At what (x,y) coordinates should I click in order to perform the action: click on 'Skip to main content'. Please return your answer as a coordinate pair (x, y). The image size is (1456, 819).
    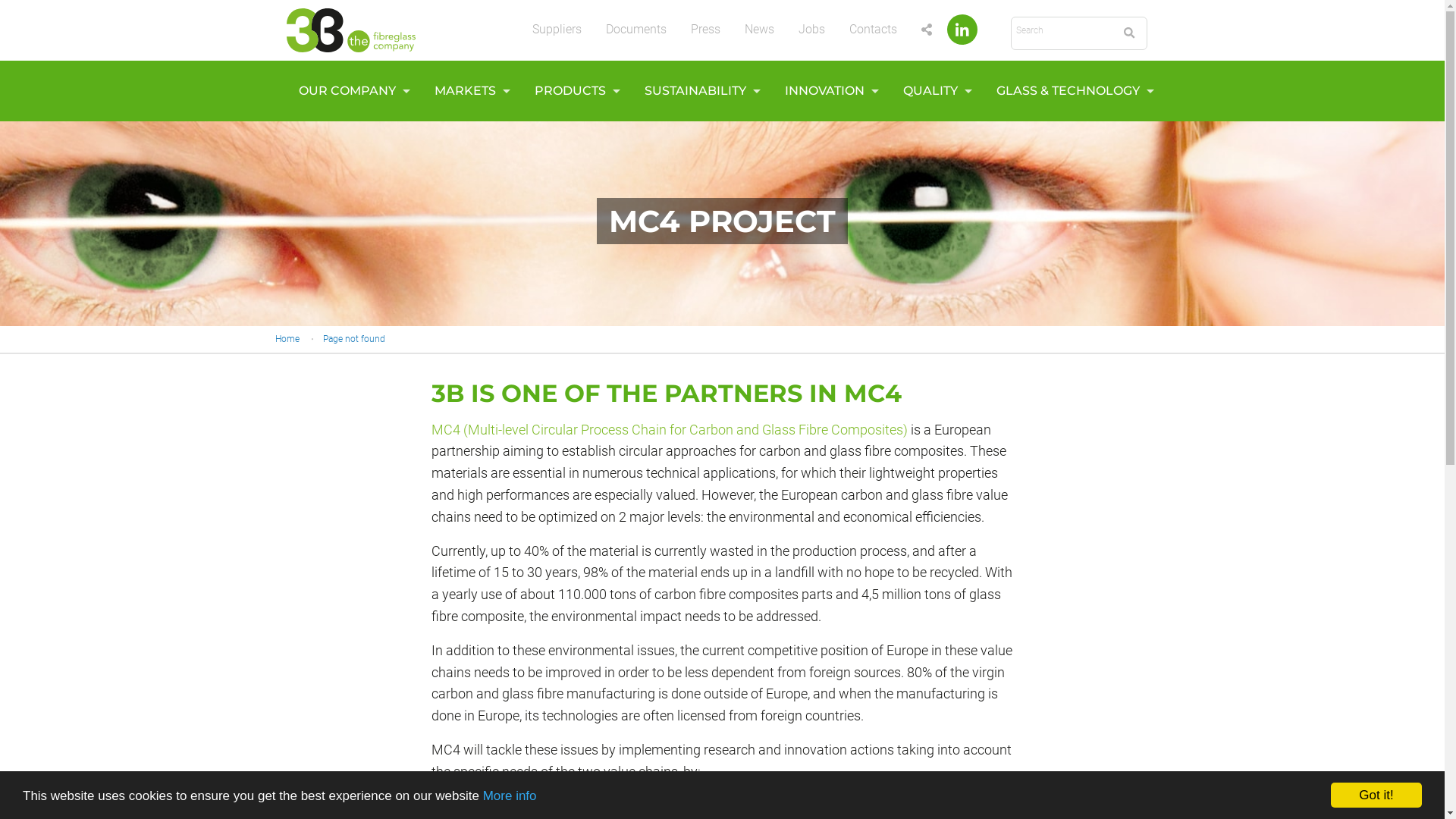
    Looking at the image, I should click on (0, 0).